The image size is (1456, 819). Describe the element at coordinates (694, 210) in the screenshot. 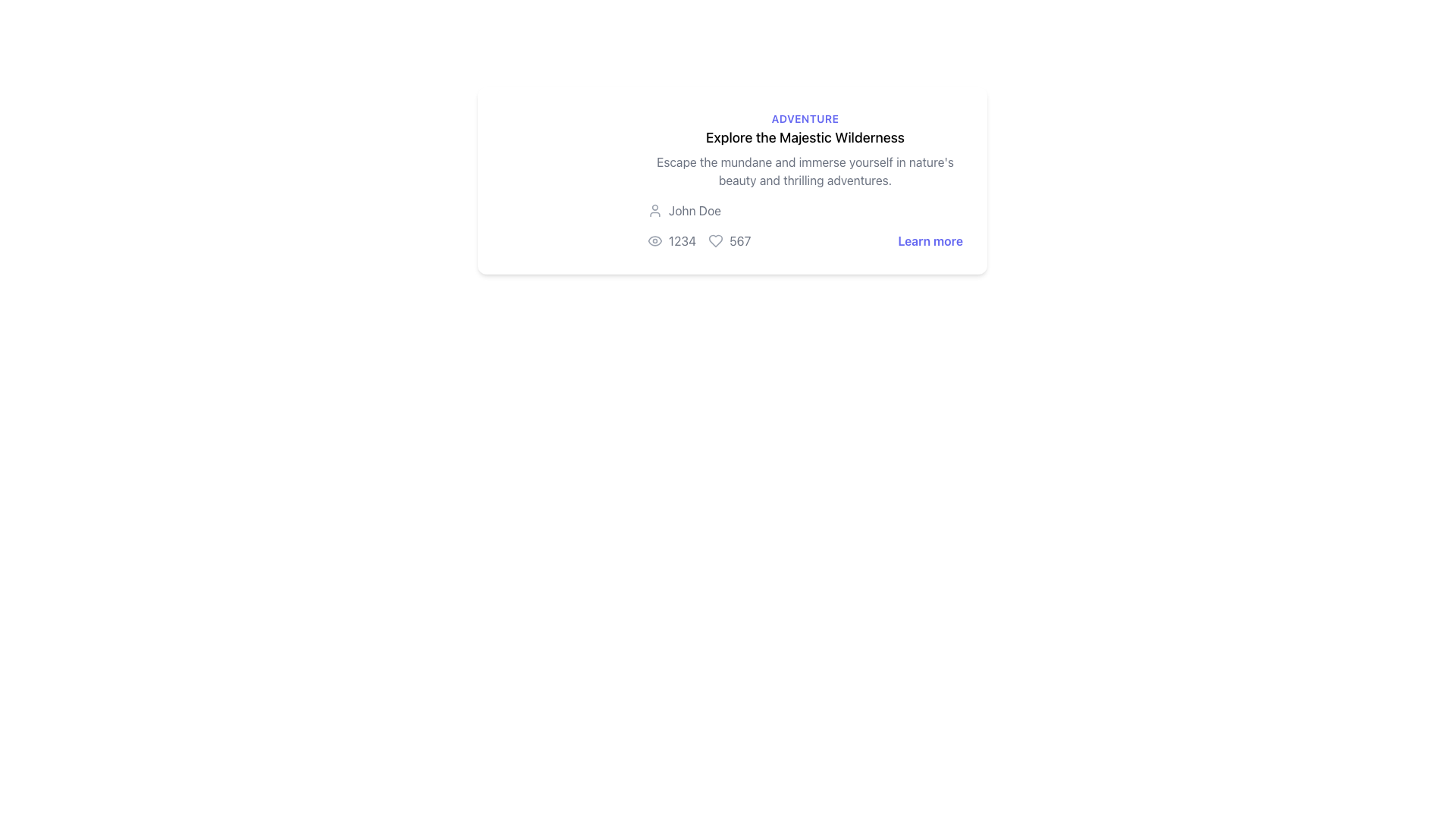

I see `the Static Text Label displaying 'John Doe', which is aligned to the right of a circular user icon in a light gray font` at that location.